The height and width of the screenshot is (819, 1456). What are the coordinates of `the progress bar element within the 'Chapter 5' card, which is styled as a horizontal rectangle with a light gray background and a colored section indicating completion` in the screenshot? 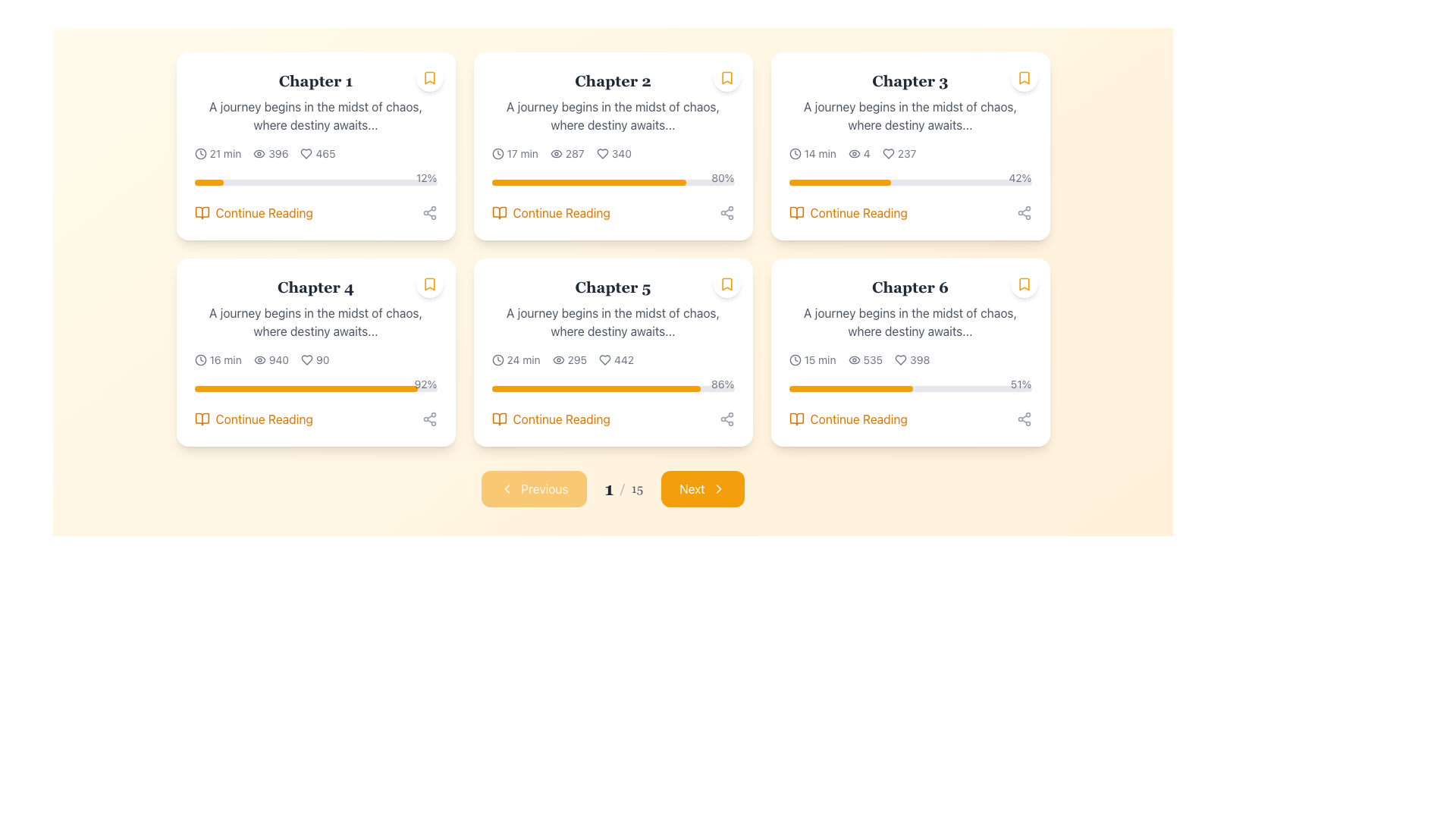 It's located at (613, 388).